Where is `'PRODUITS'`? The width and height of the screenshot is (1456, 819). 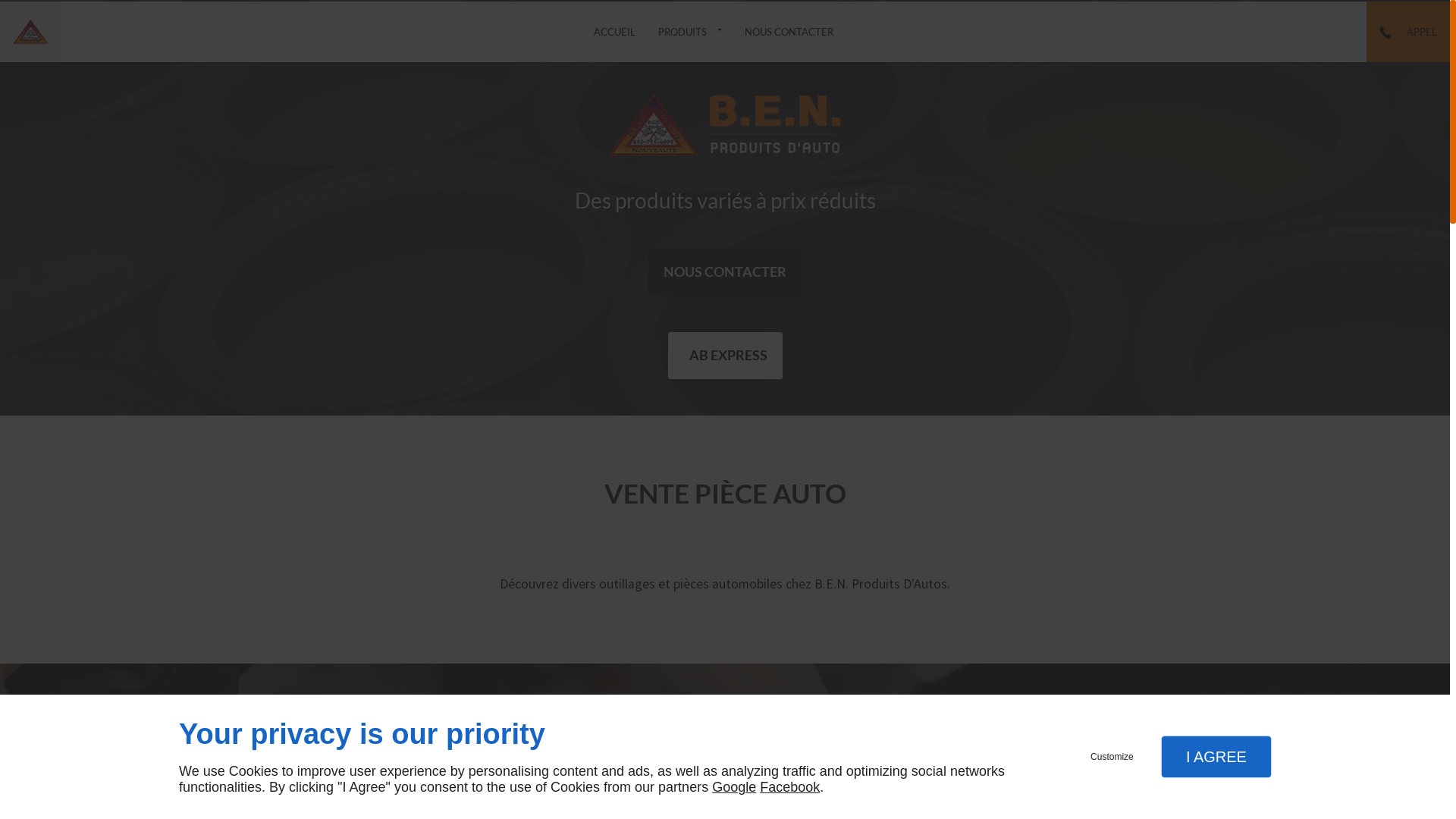 'PRODUITS' is located at coordinates (689, 32).